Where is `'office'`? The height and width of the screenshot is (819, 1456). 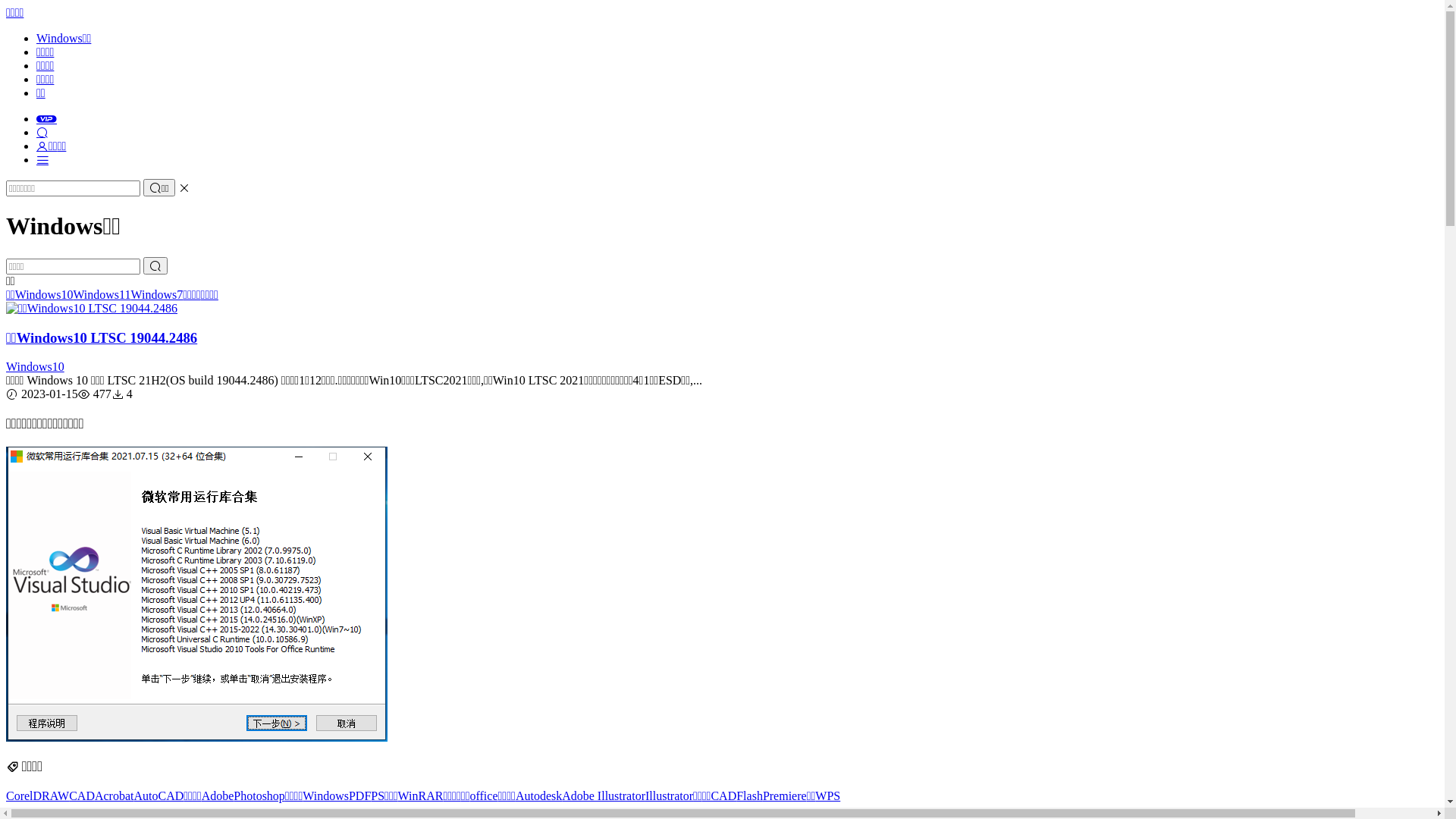 'office' is located at coordinates (482, 795).